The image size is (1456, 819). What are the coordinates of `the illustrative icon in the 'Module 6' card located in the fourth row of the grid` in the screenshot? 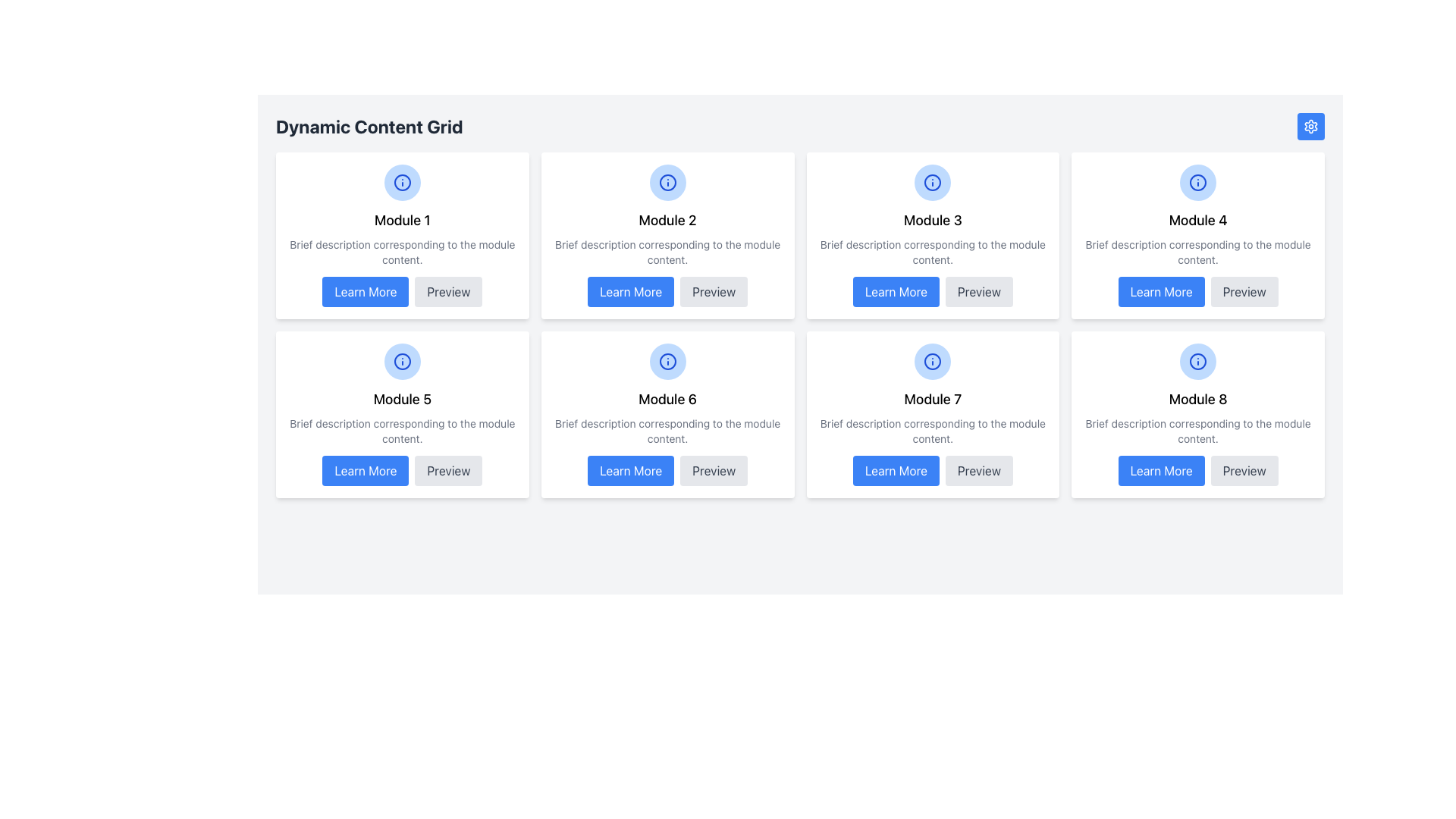 It's located at (667, 362).